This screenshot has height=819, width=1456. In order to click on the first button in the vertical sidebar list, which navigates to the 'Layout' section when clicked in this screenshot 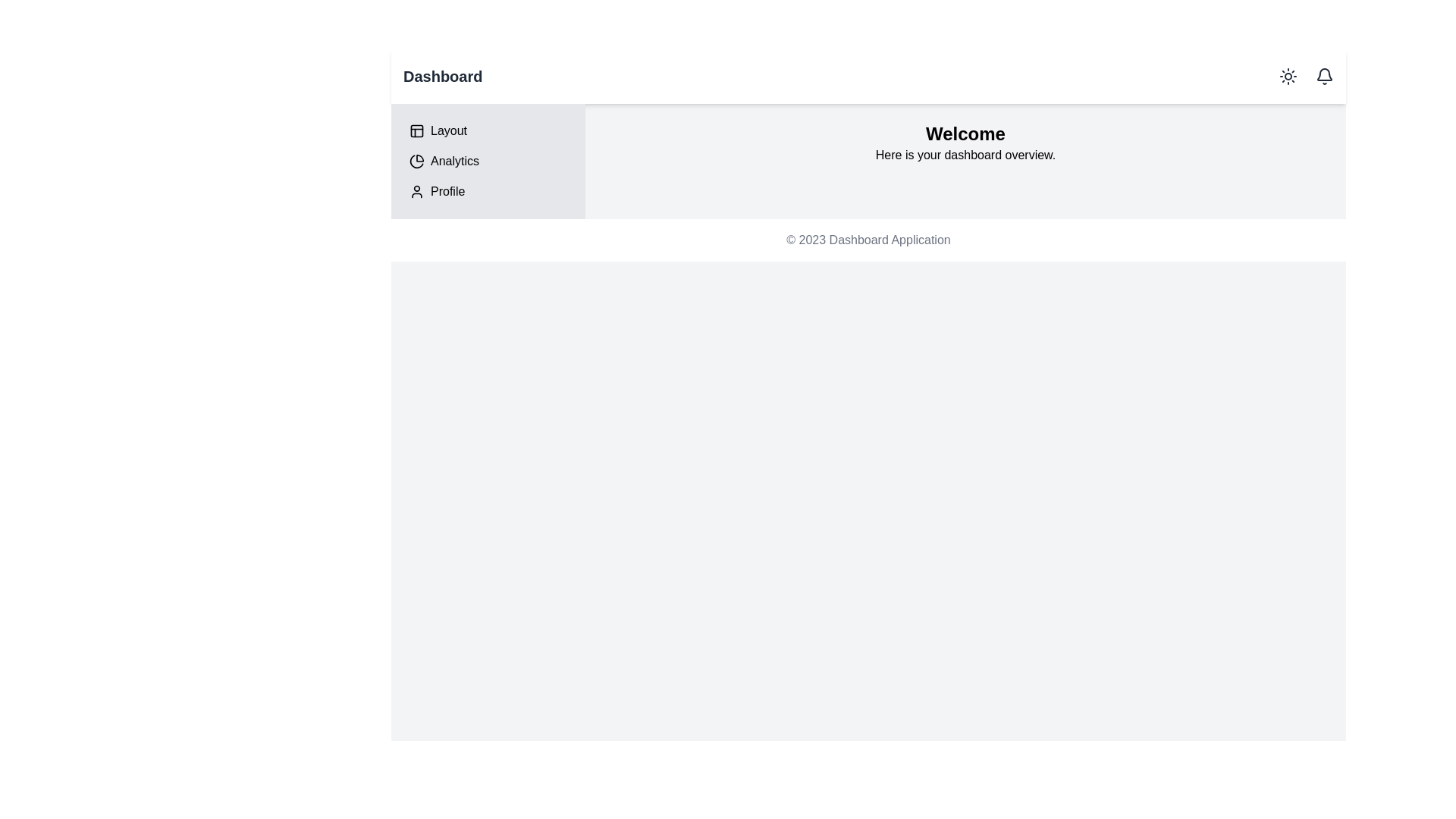, I will do `click(488, 130)`.